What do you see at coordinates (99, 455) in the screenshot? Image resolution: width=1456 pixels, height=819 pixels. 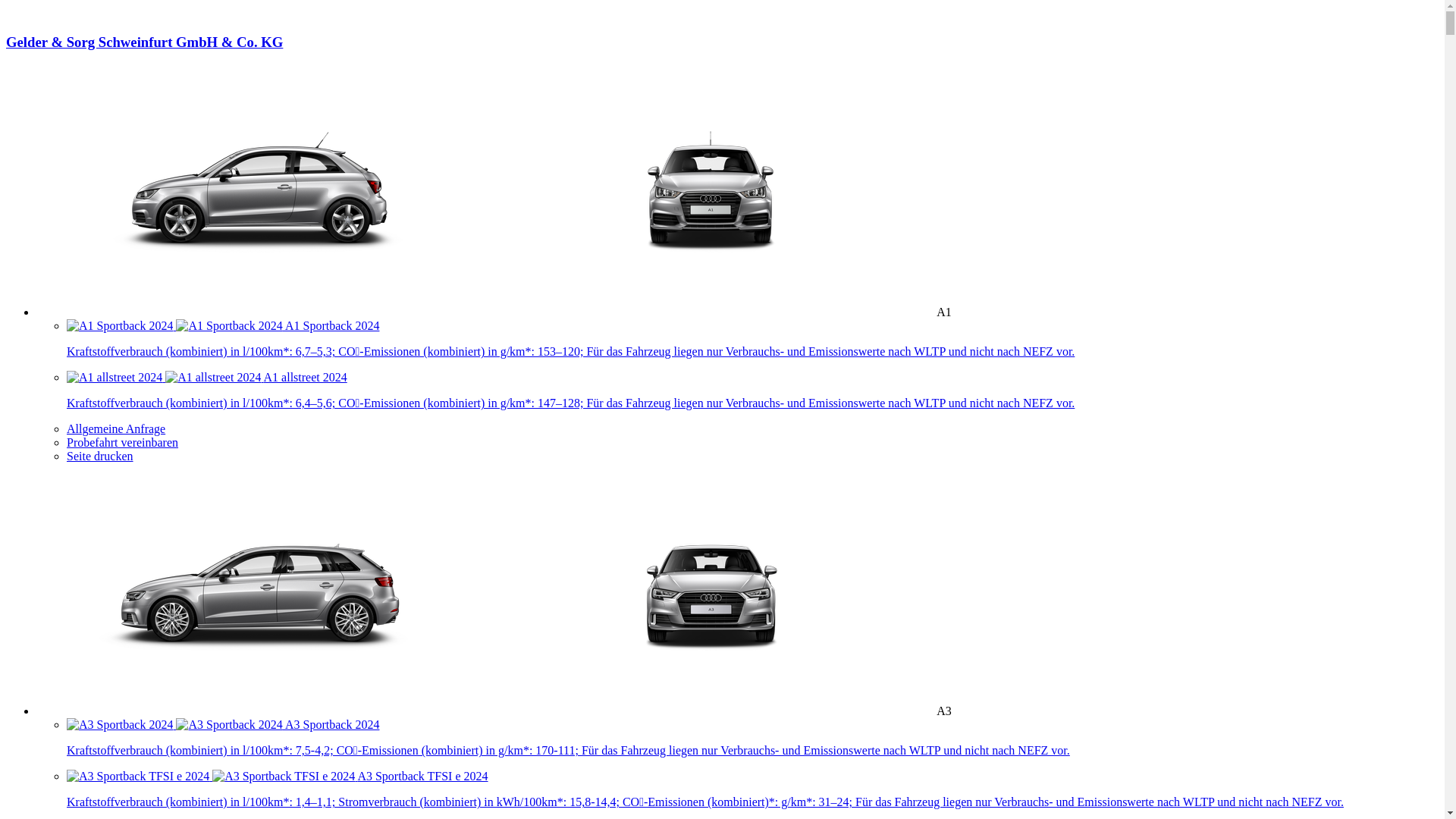 I see `'Seite drucken'` at bounding box center [99, 455].